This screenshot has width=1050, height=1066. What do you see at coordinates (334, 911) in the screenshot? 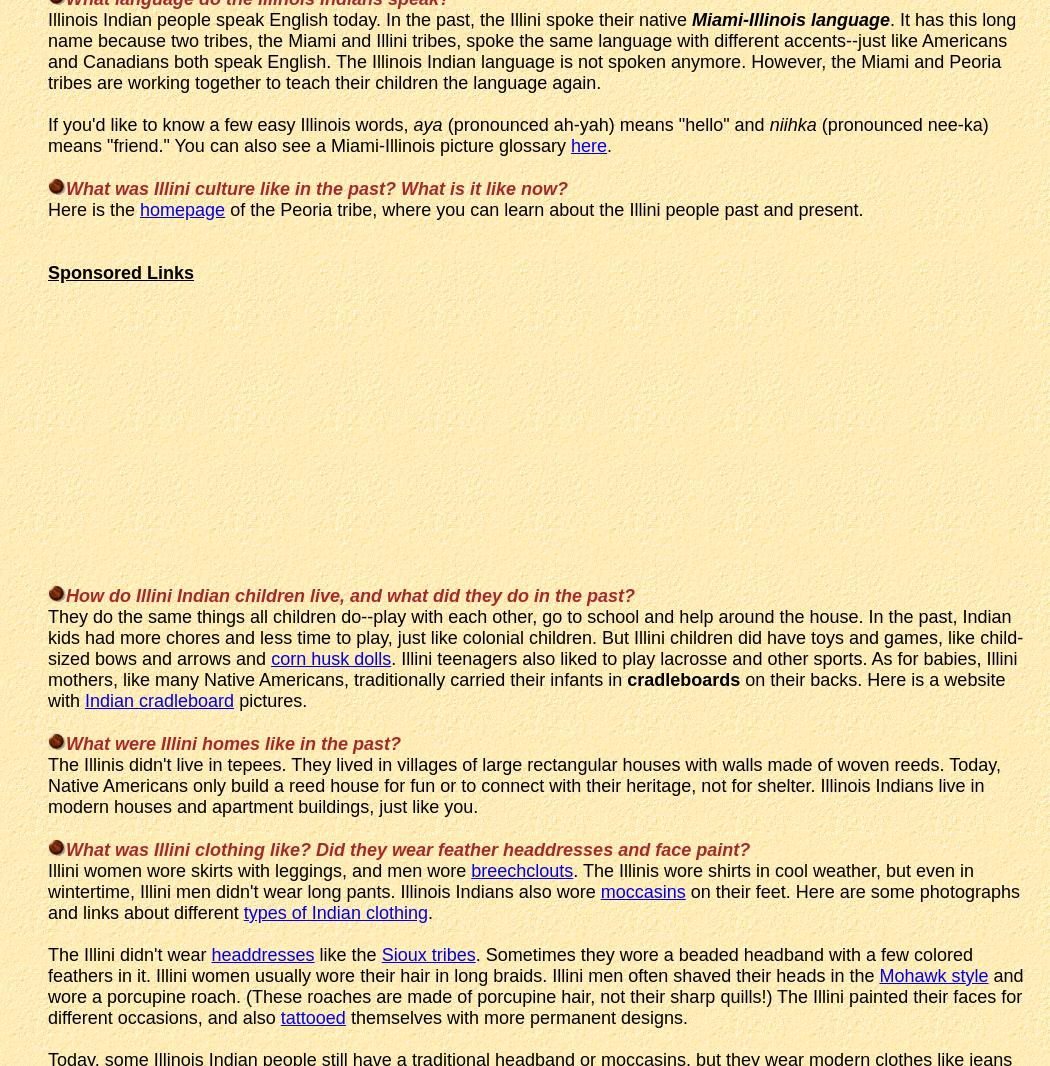
I see `'types of Indian clothing'` at bounding box center [334, 911].